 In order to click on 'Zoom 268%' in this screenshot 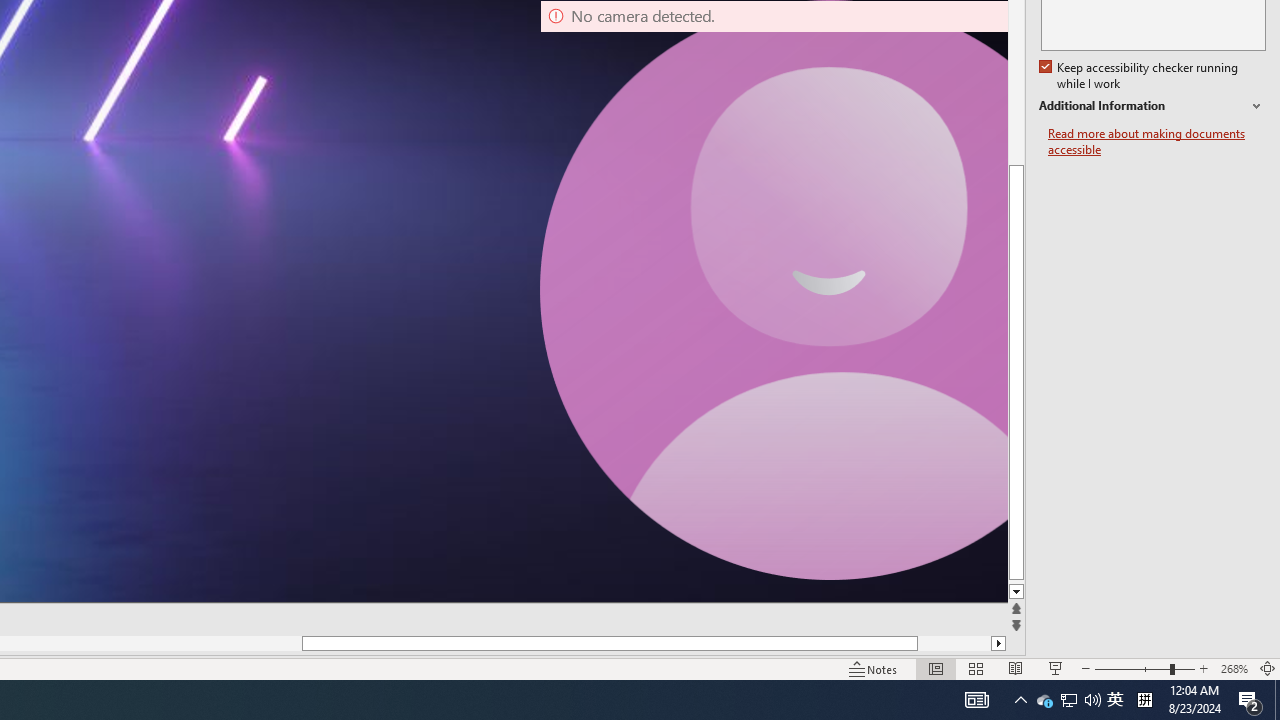, I will do `click(1233, 669)`.